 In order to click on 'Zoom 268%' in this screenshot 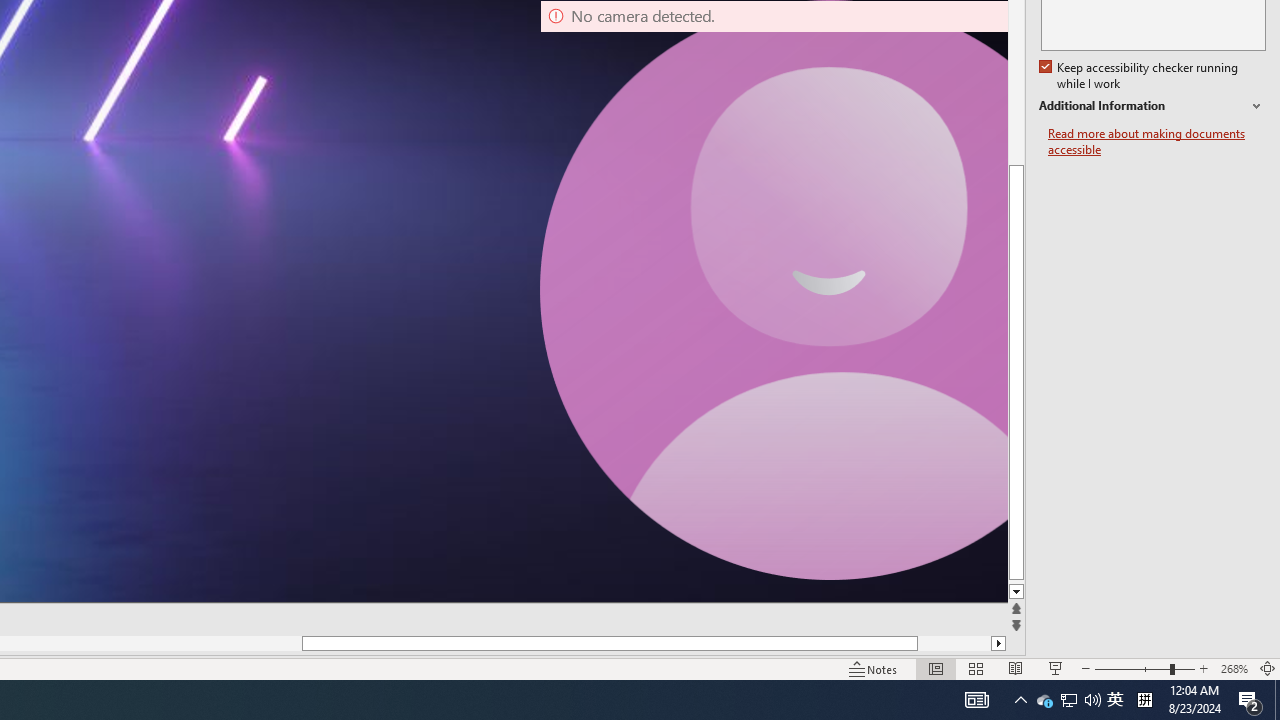, I will do `click(1233, 669)`.